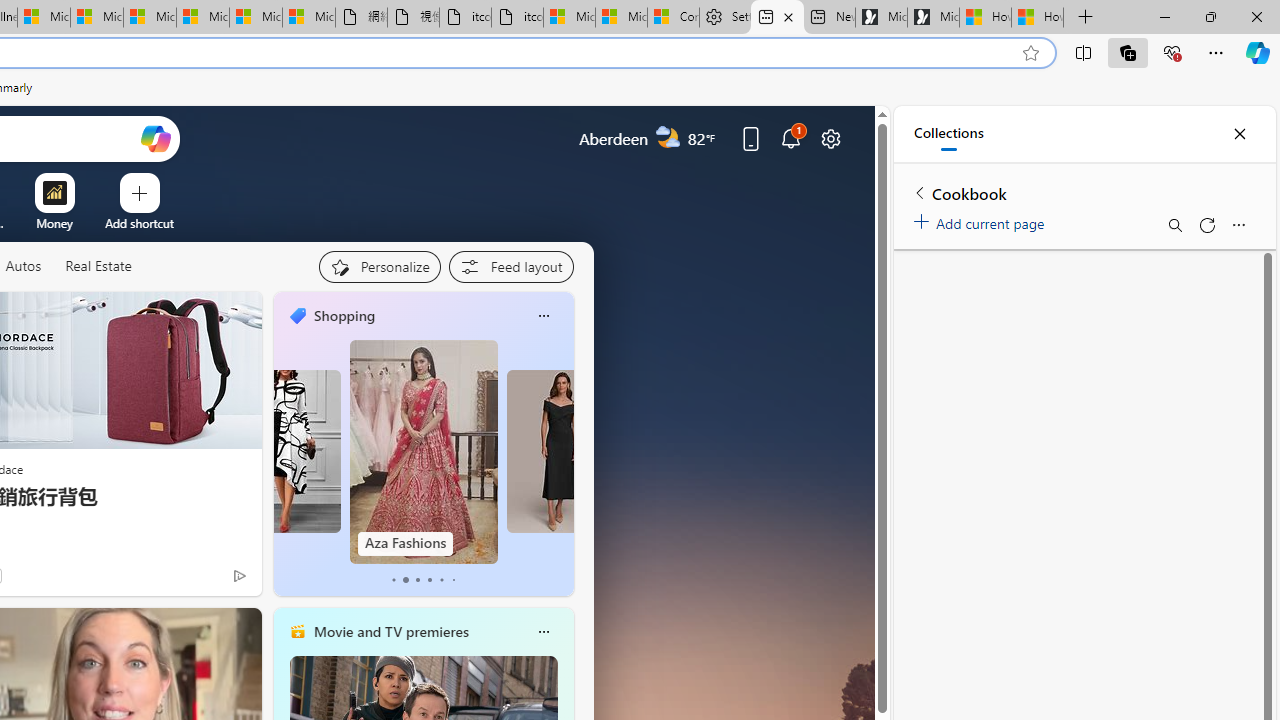  Describe the element at coordinates (1038, 17) in the screenshot. I see `'How to Use a TV as a Computer Monitor'` at that location.